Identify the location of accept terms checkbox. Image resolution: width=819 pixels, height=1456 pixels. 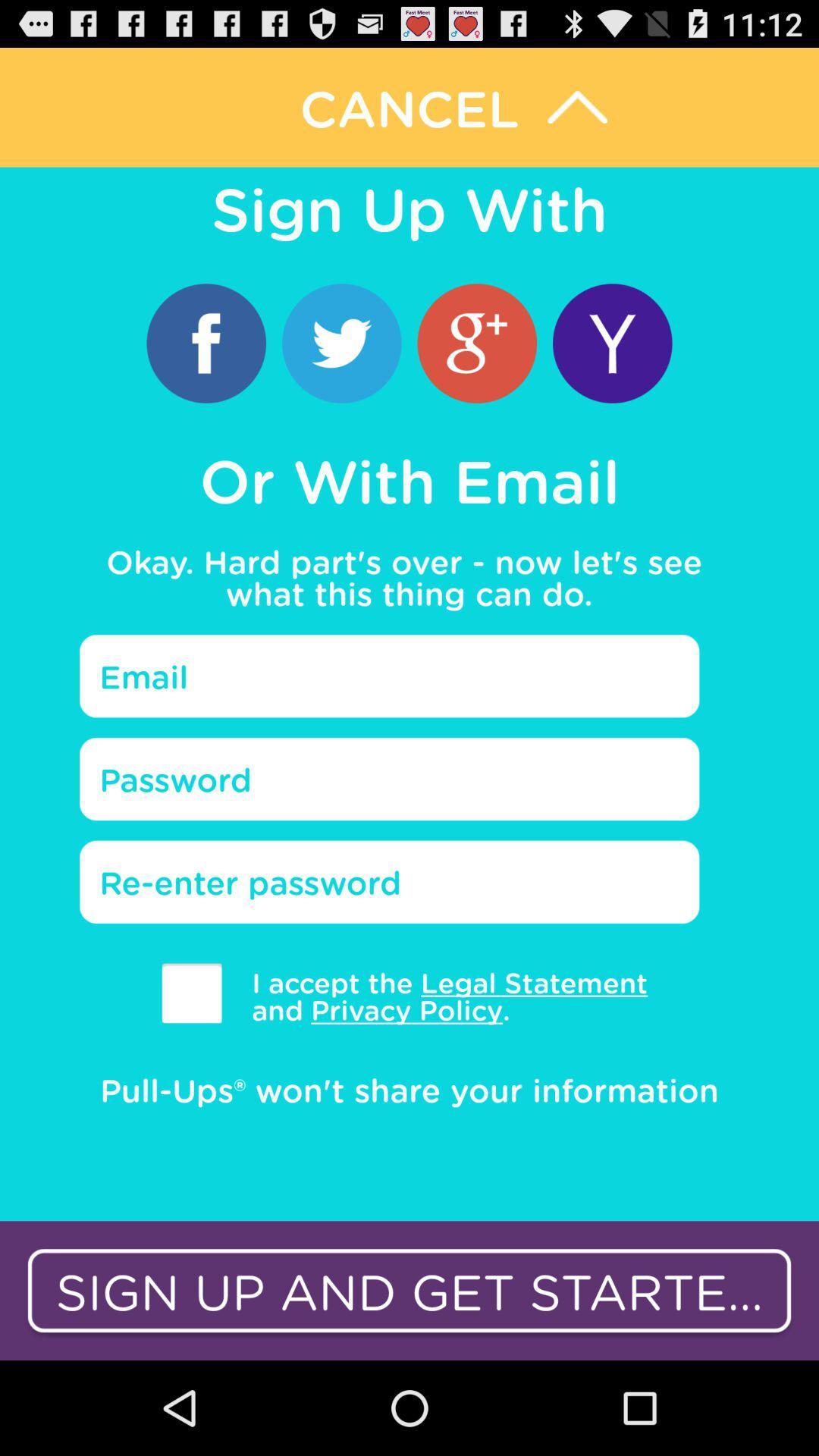
(191, 993).